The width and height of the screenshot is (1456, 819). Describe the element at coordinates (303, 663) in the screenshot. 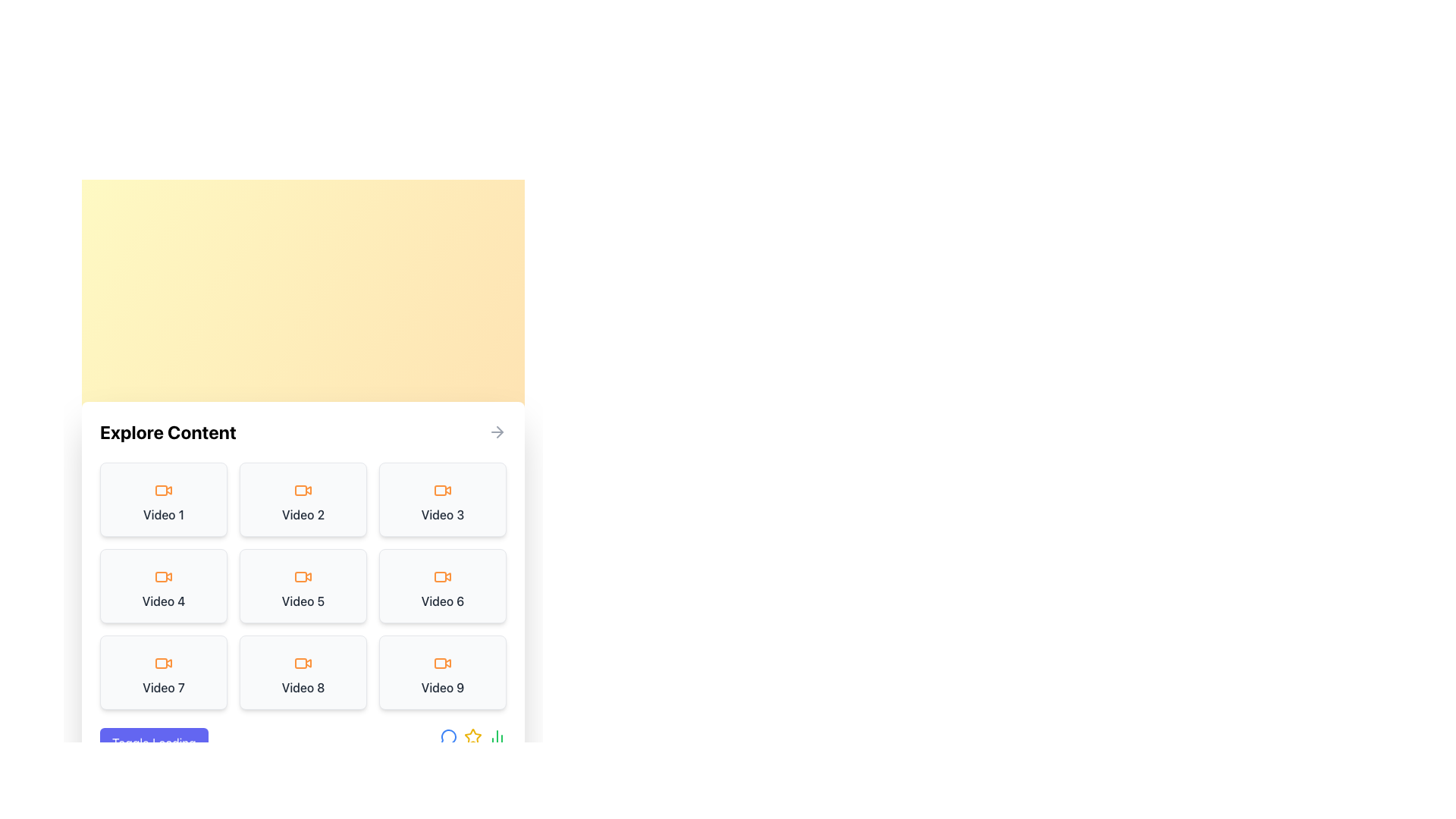

I see `the orange video icon, which is centrally aligned within a rectangular card that contains the text 'Video 8' at the bottom` at that location.